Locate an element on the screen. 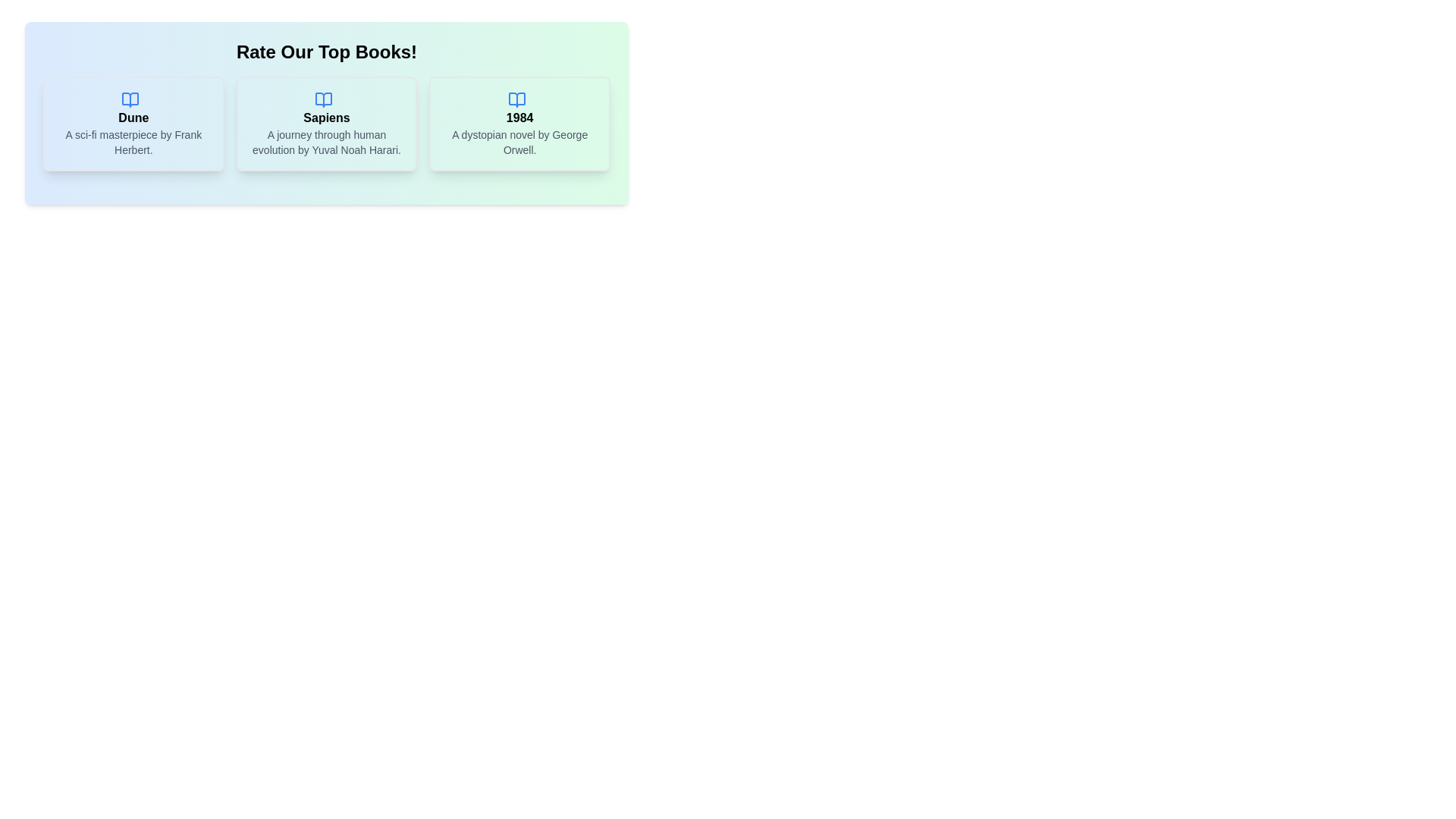  the blue open book icon in the header of the 'Dune' card, located at the top-left entry among horizontally arranged book cards is located at coordinates (130, 99).